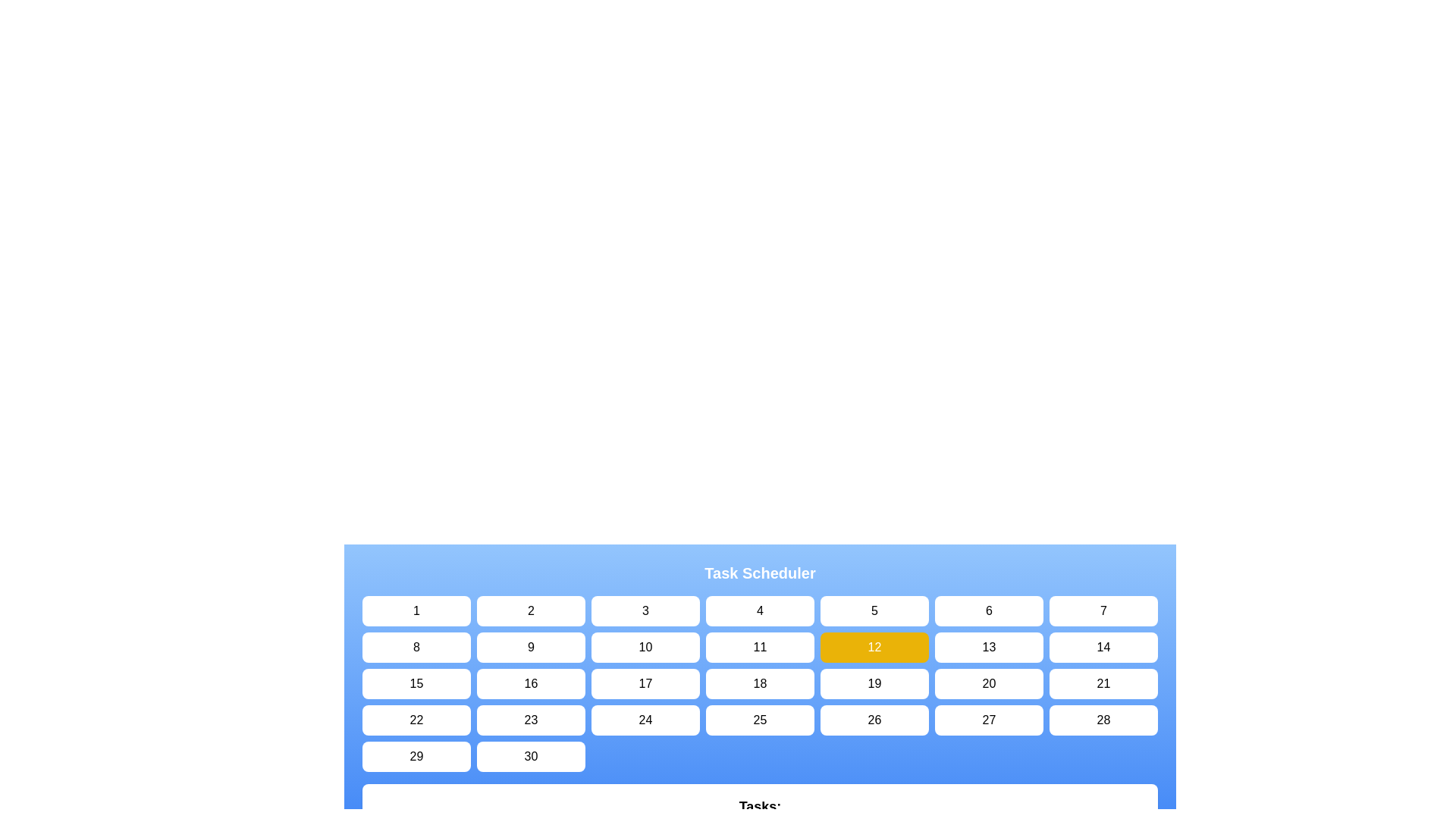 The width and height of the screenshot is (1456, 819). Describe the element at coordinates (1103, 719) in the screenshot. I see `the rectangular button labeled '28' with black text on a white background, located` at that location.